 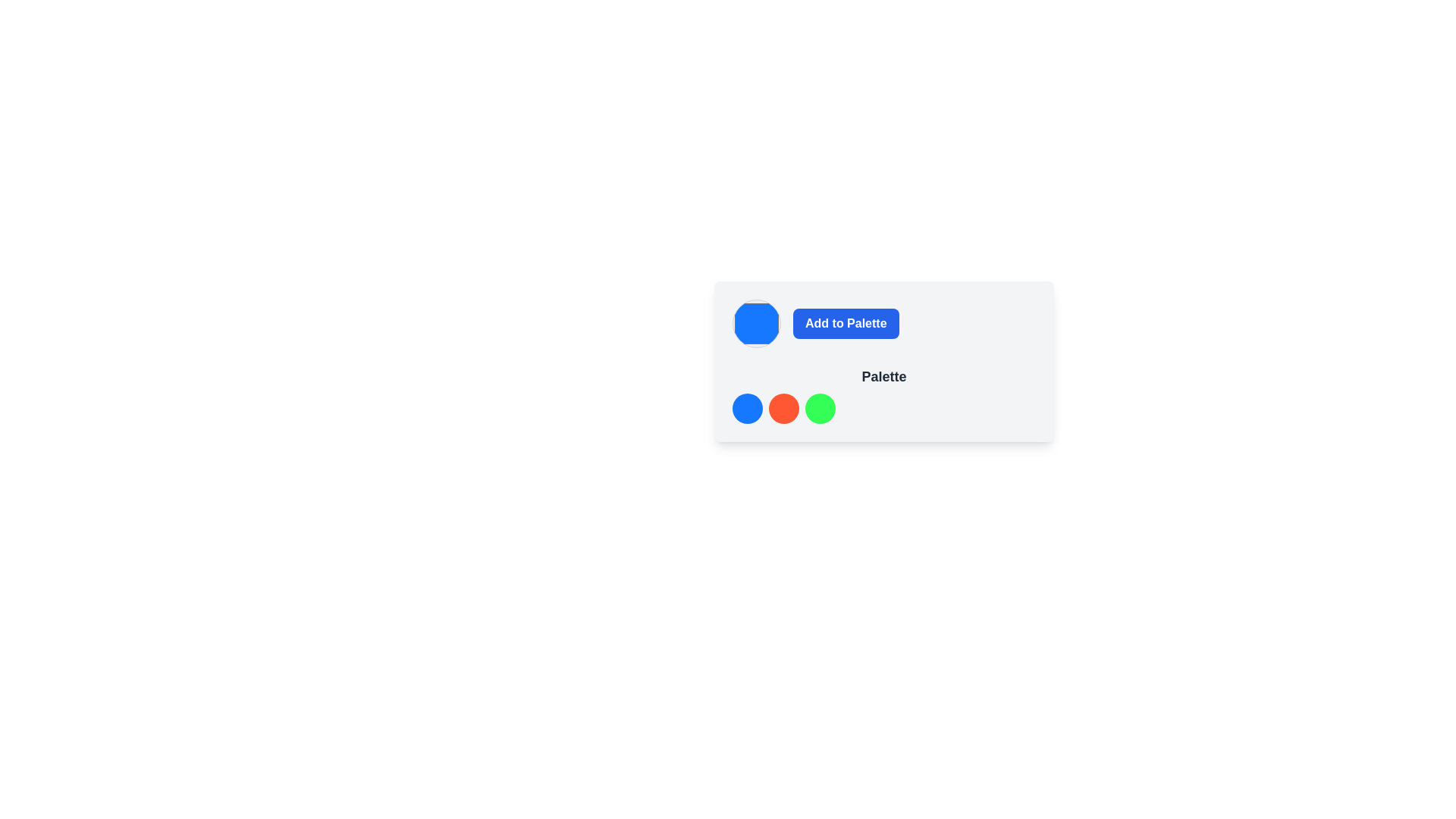 What do you see at coordinates (819, 408) in the screenshot?
I see `the third circular color indicator, which is solid green and part of a group of three similar elements, positioned below the 'Add to Palette' button` at bounding box center [819, 408].